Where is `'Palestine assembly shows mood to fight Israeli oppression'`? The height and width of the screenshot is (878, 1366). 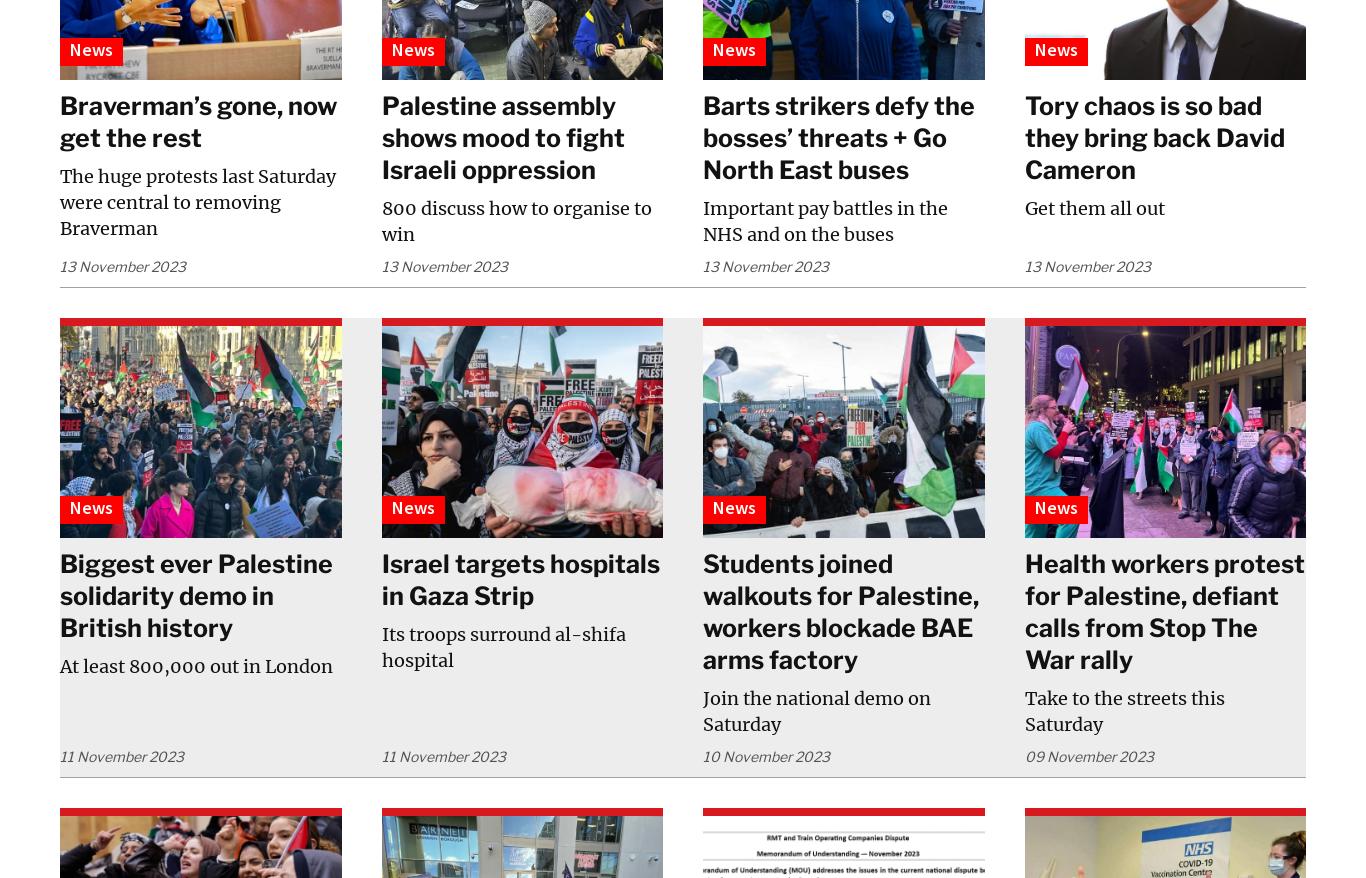 'Palestine assembly shows mood to fight Israeli oppression' is located at coordinates (379, 138).